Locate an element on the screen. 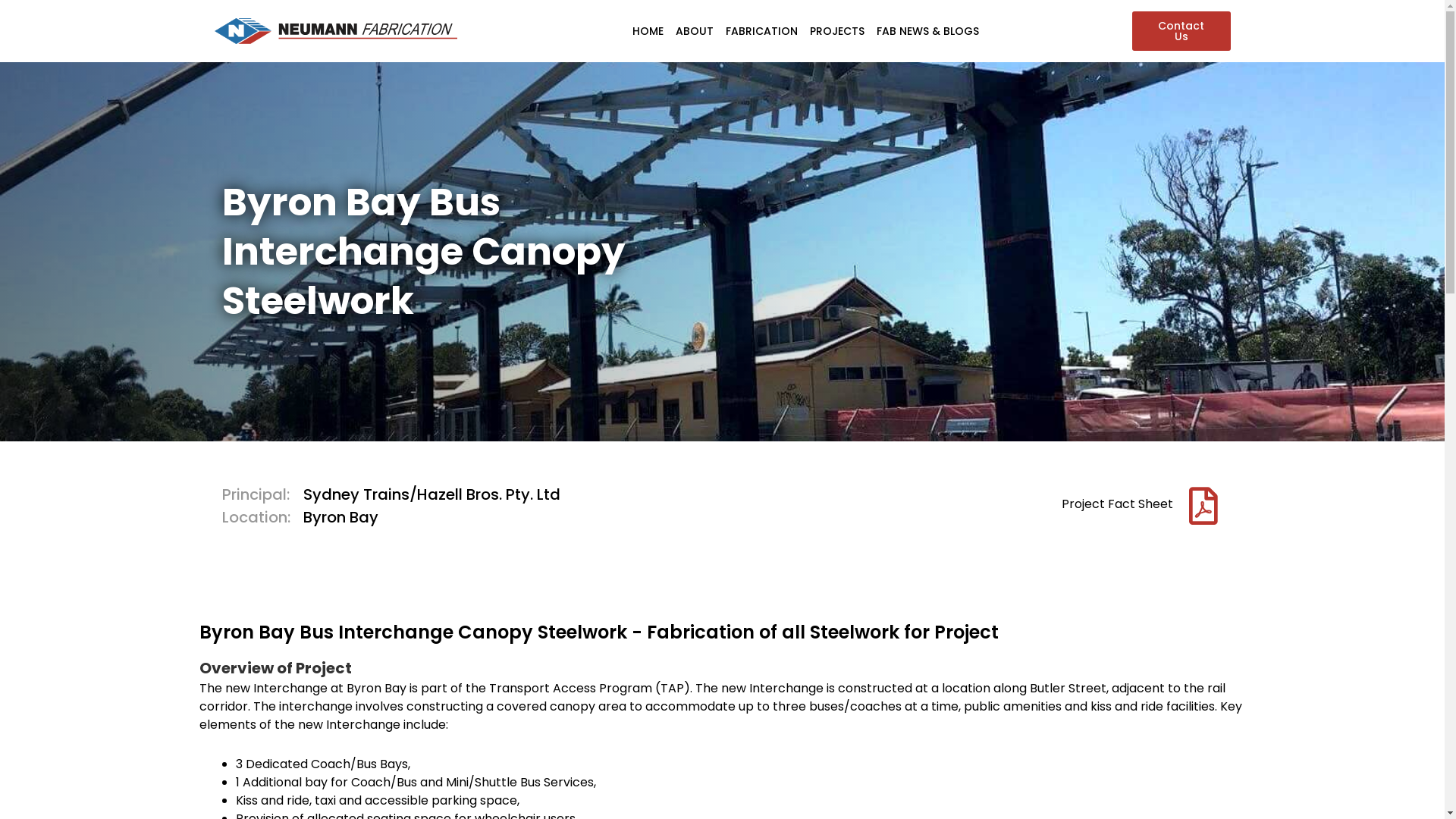  'Project Fact Sheet' is located at coordinates (1117, 504).